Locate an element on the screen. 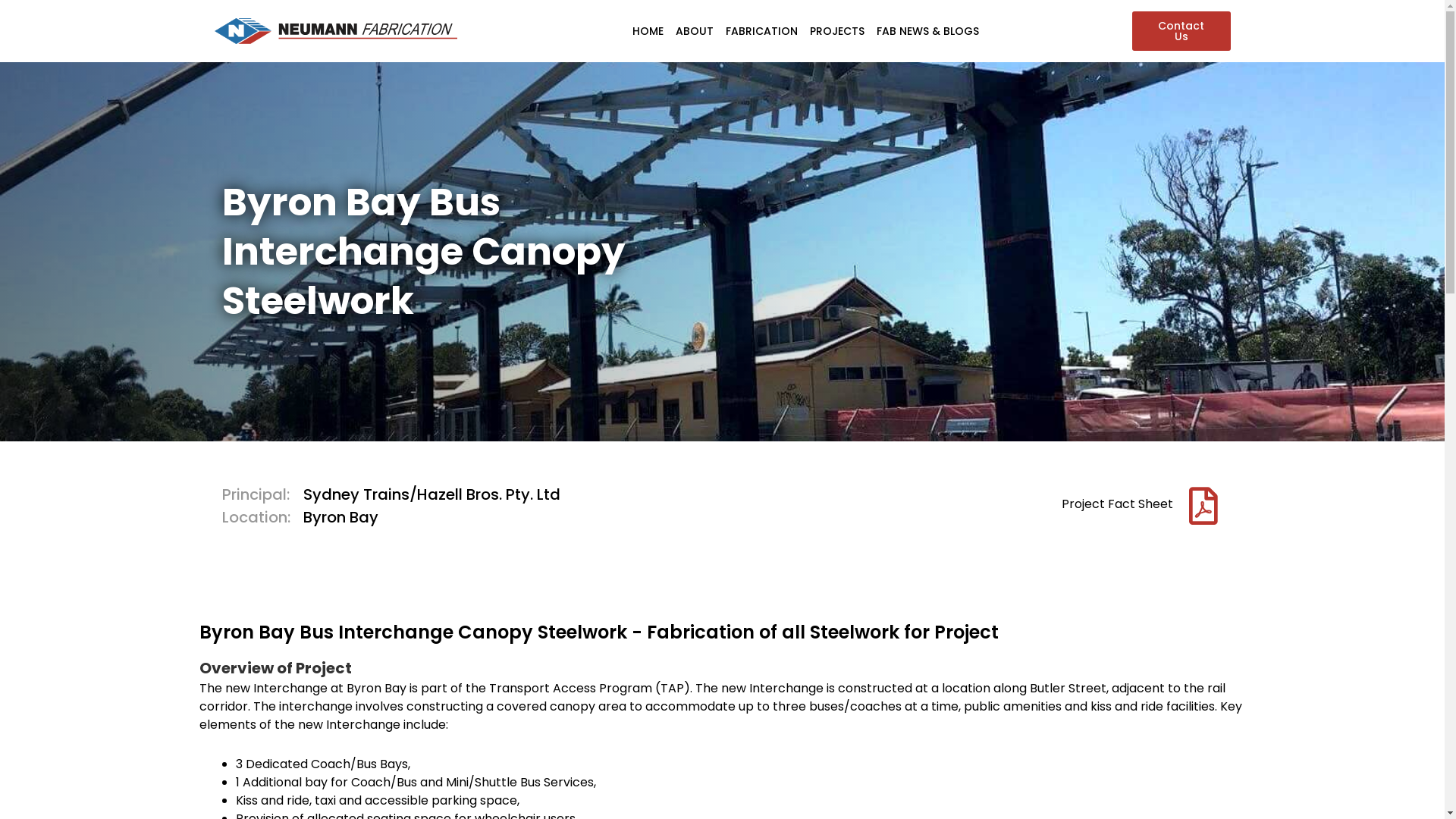  'Project Fact Sheet' is located at coordinates (1117, 504).